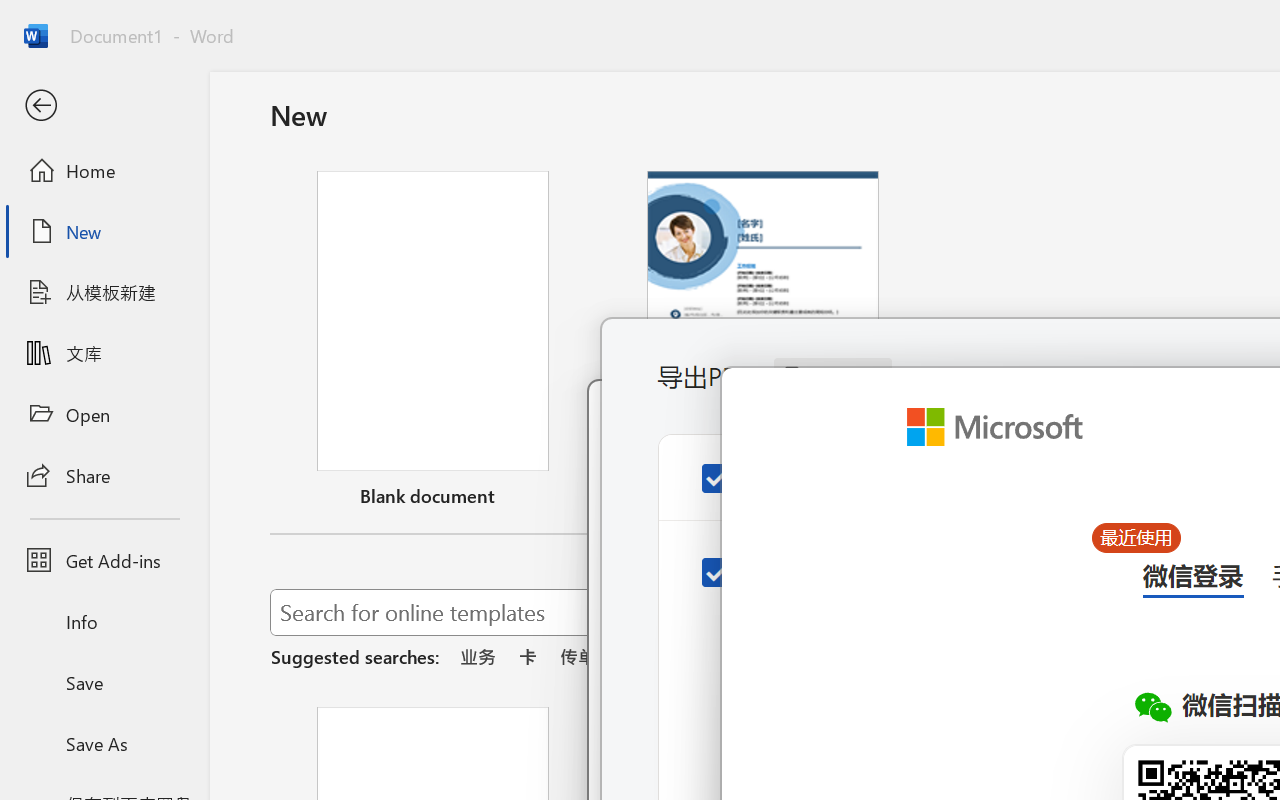 This screenshot has width=1280, height=800. Describe the element at coordinates (103, 105) in the screenshot. I see `'Back'` at that location.